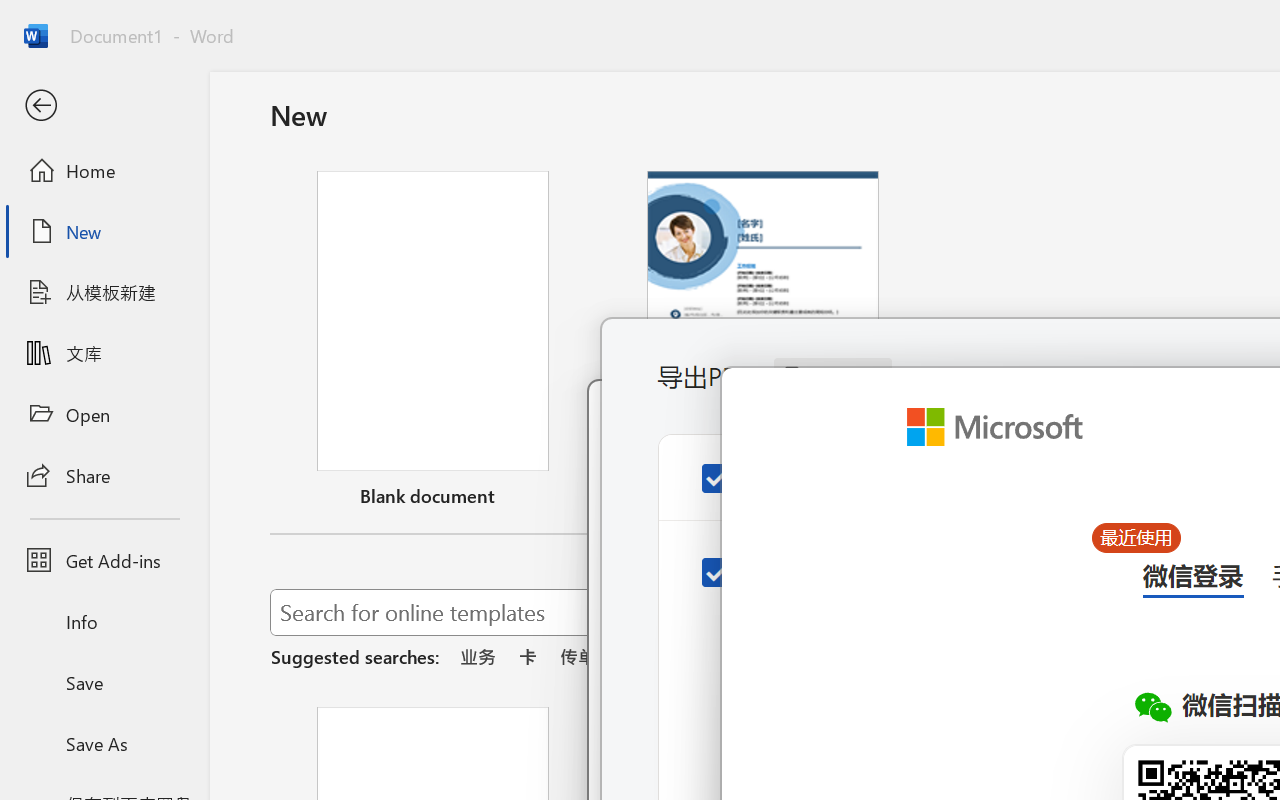 This screenshot has width=1280, height=800. Describe the element at coordinates (103, 105) in the screenshot. I see `'Back'` at that location.